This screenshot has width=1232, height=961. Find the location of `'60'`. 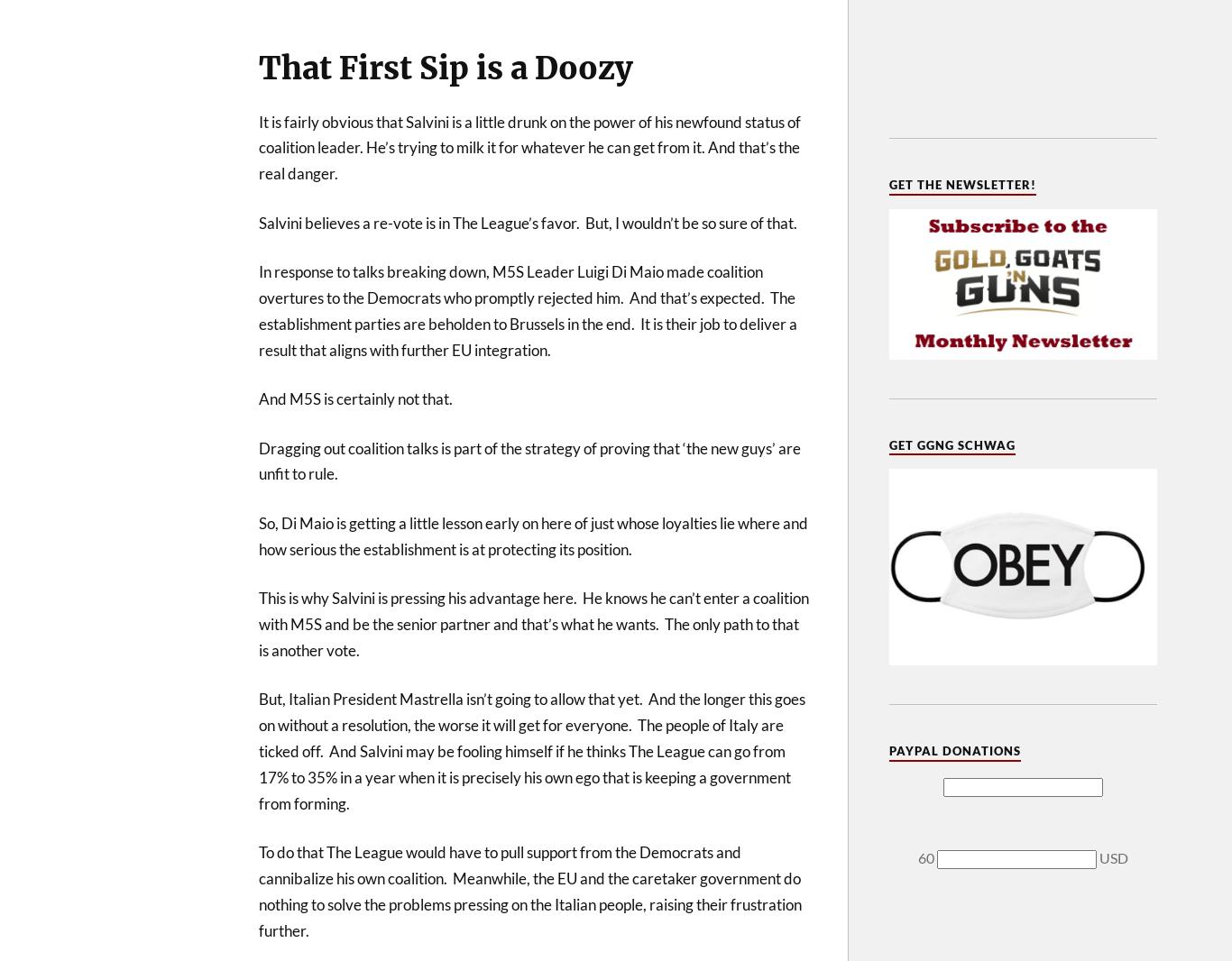

'60' is located at coordinates (926, 856).